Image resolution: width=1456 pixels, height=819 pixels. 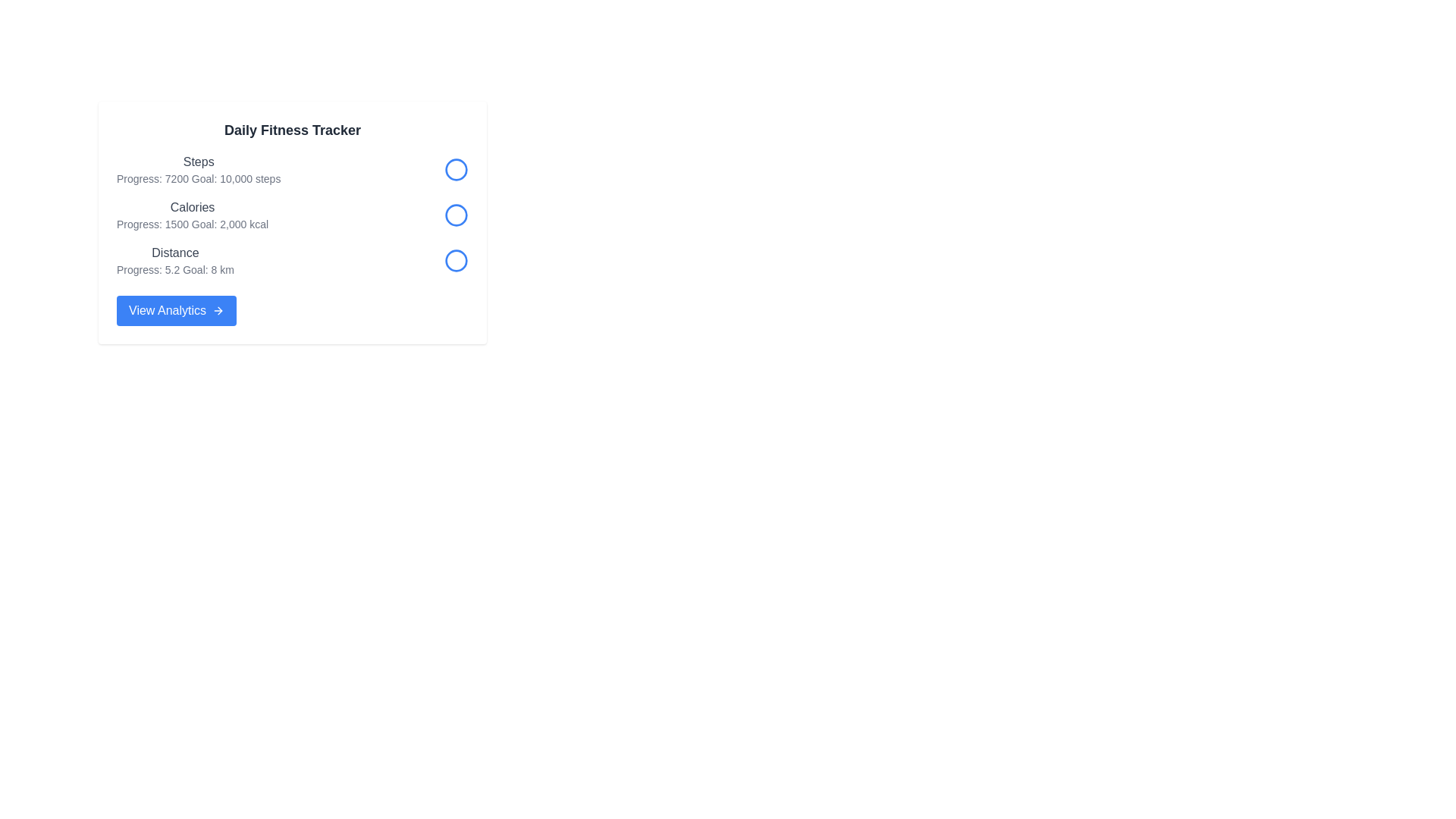 What do you see at coordinates (175, 259) in the screenshot?
I see `the informational text element displaying 'Distance' and 'Progress: 5.2 Goal: 8 km' in the Daily Fitness Tracker panel` at bounding box center [175, 259].